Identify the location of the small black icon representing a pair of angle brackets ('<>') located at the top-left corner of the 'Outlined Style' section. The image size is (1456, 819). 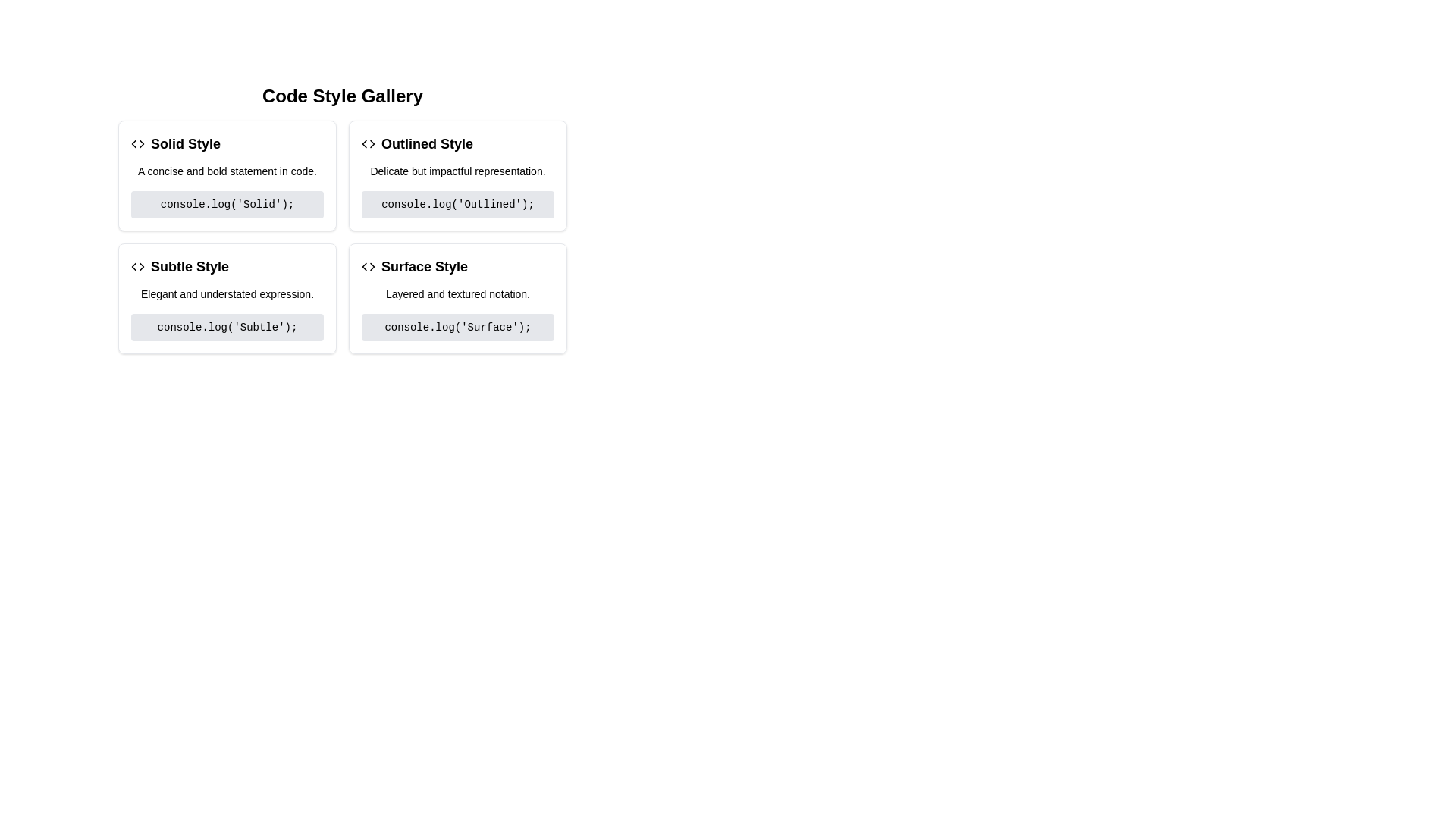
(368, 143).